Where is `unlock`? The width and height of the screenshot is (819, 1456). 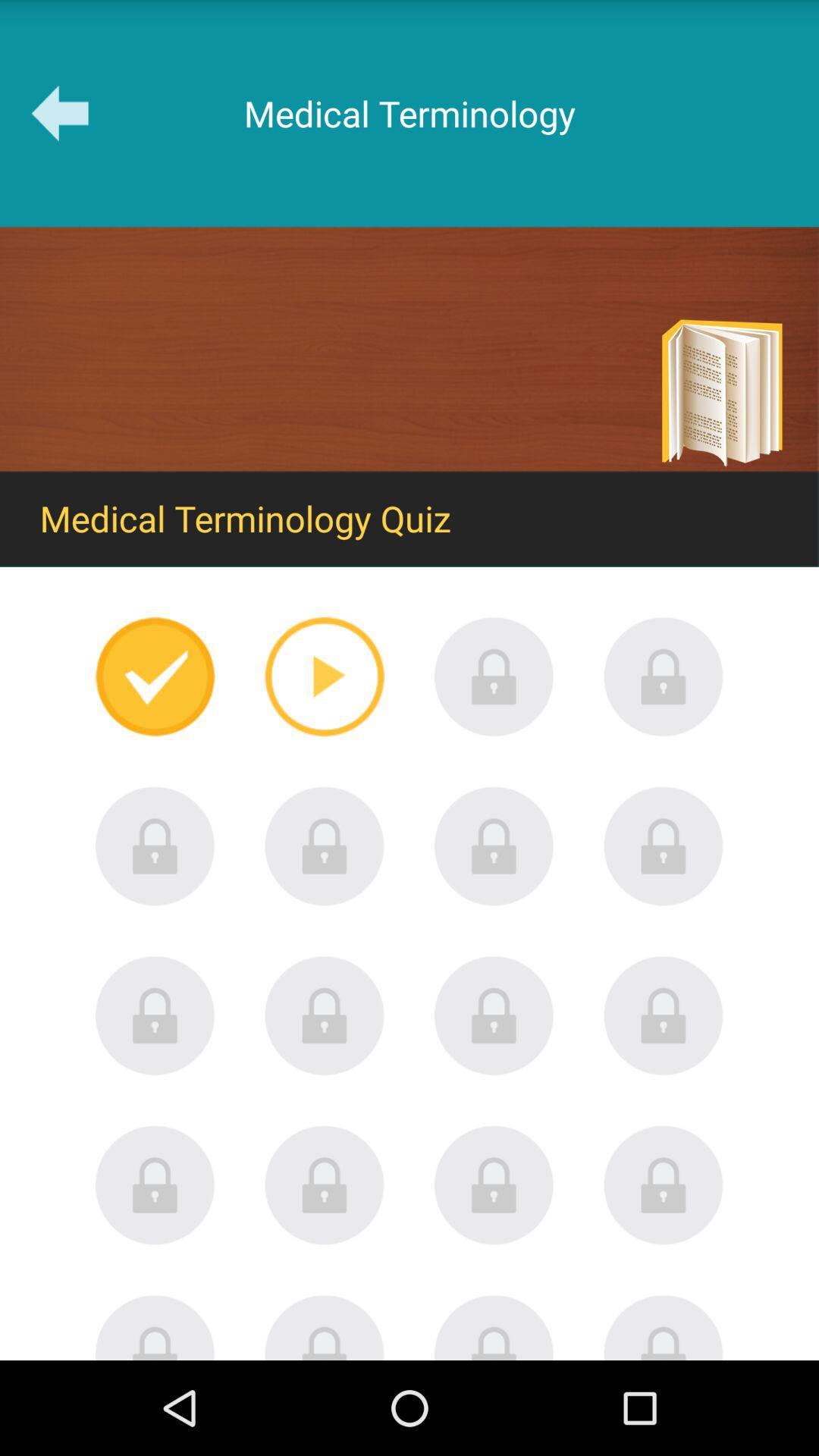
unlock is located at coordinates (494, 1015).